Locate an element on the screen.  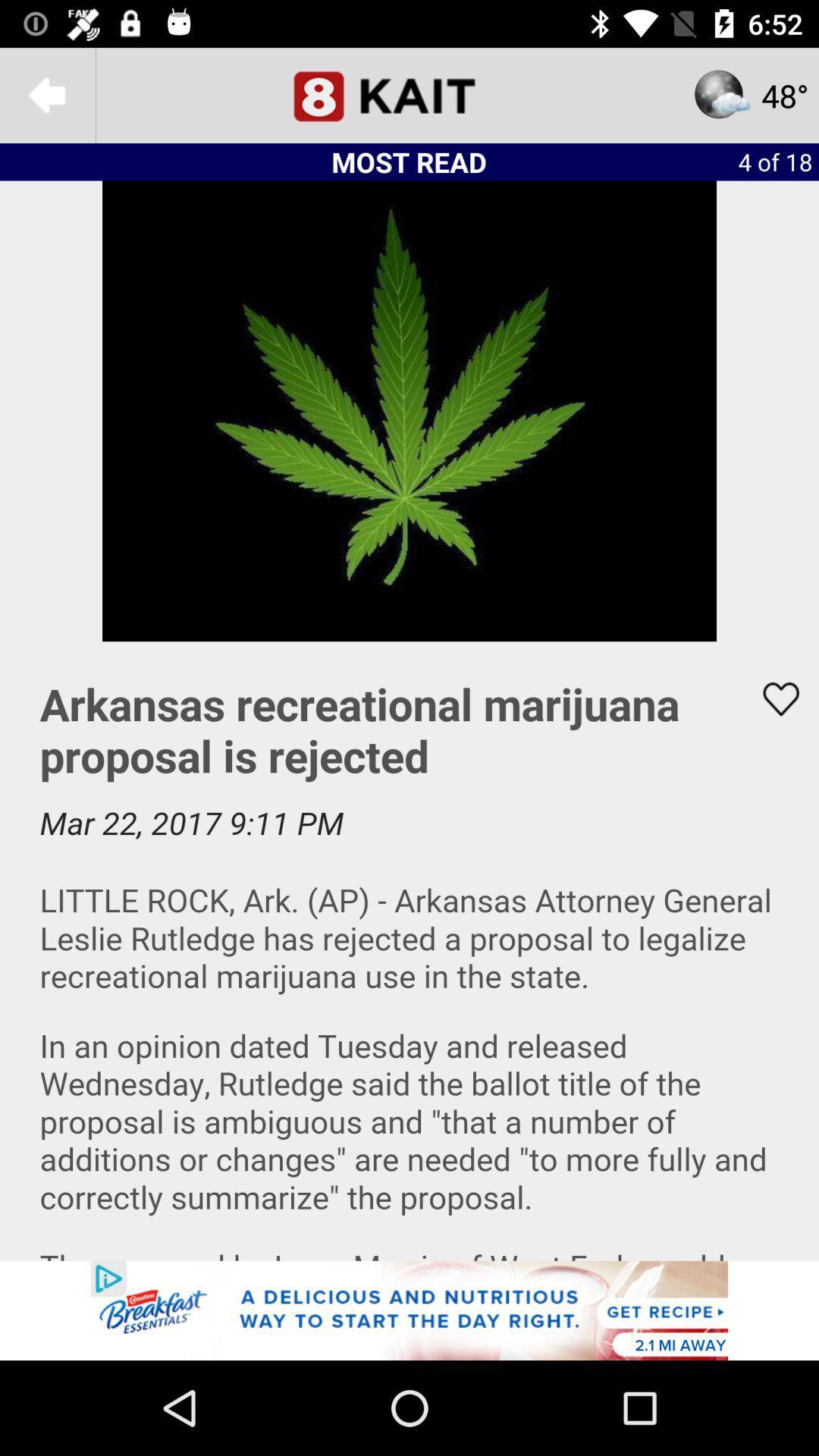
the arrow_backward icon is located at coordinates (46, 94).